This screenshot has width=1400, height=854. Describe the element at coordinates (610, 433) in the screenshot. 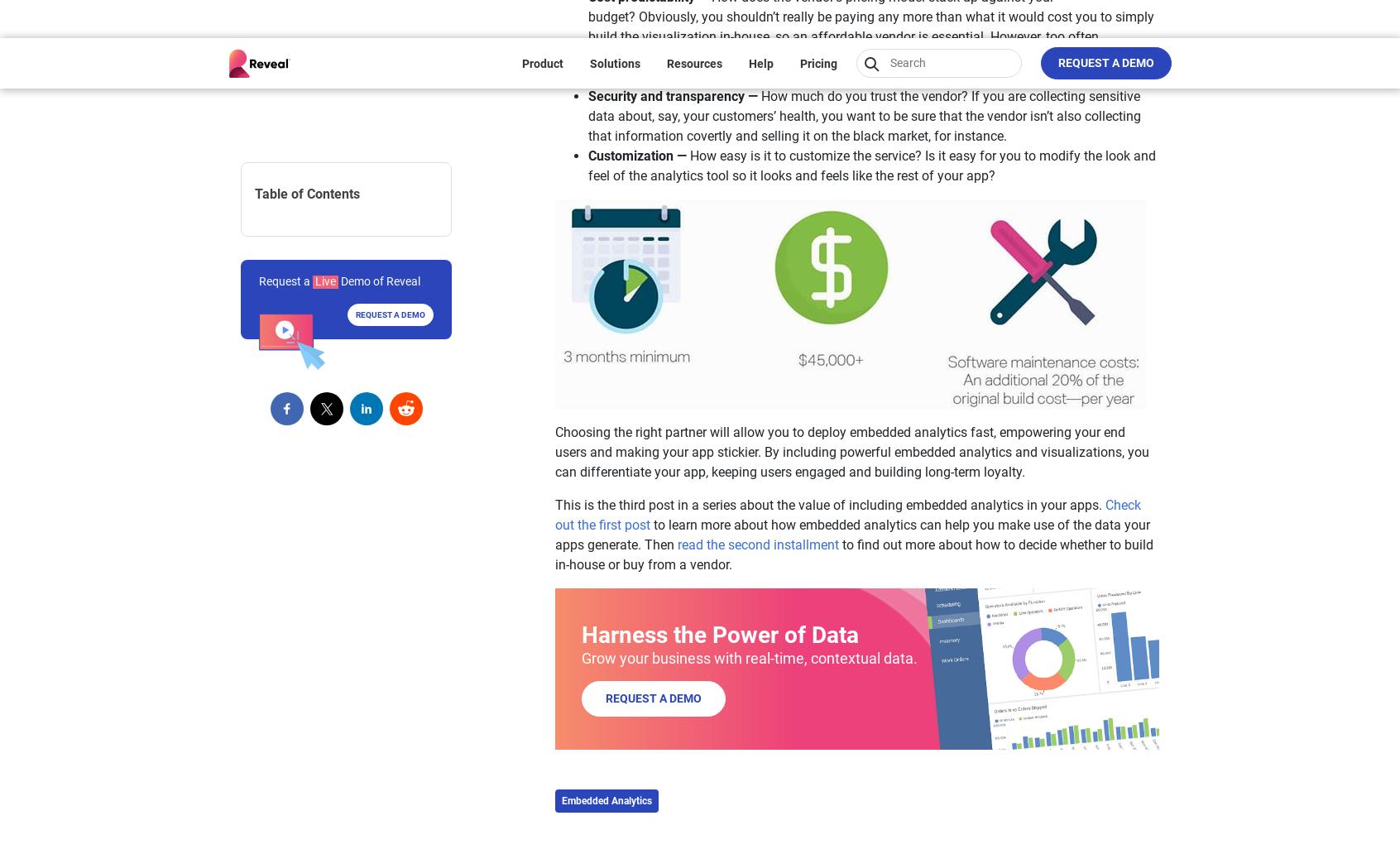

I see `'Support Policies'` at that location.